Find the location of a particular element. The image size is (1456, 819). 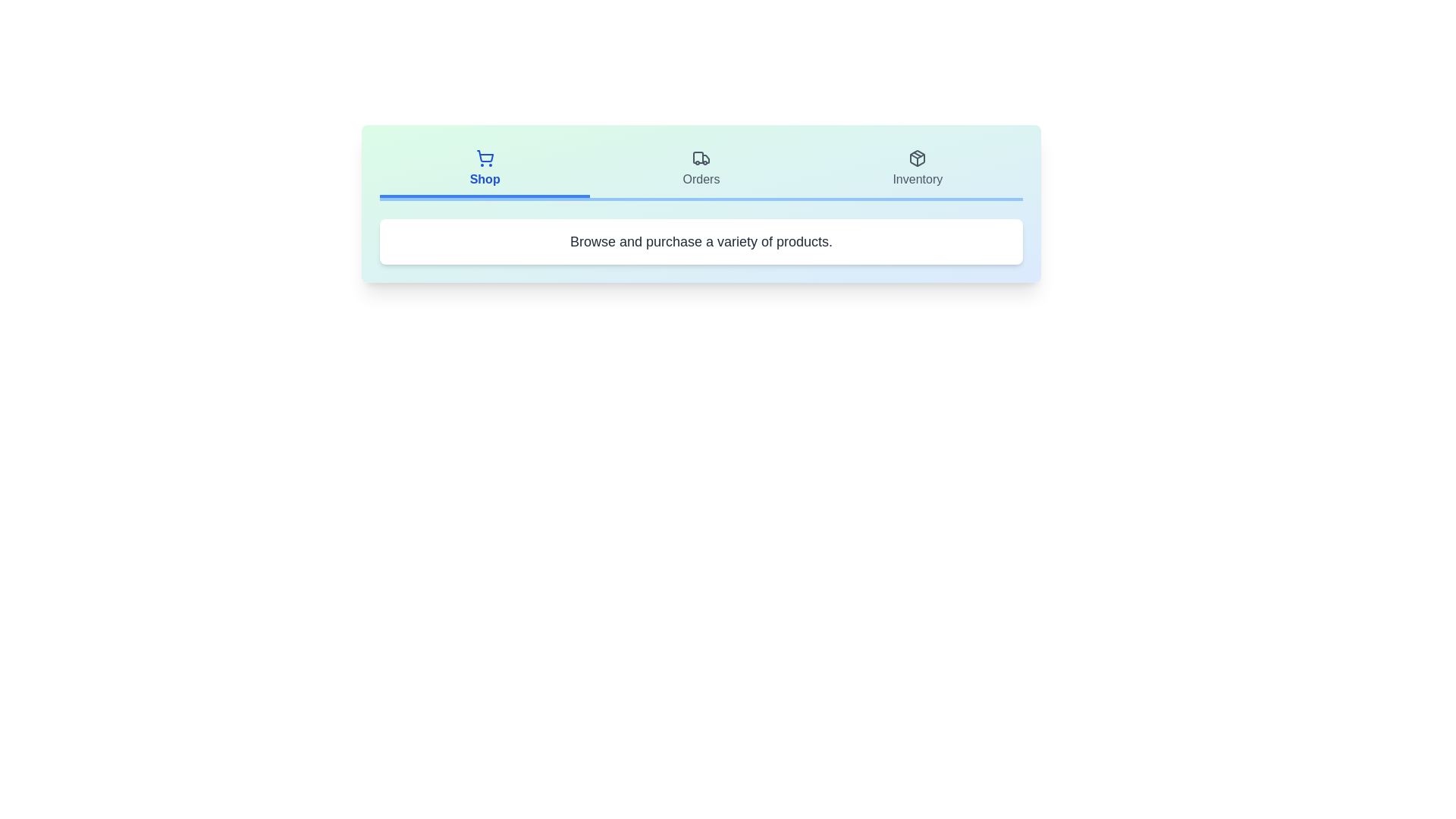

the Inventory tab is located at coordinates (917, 170).